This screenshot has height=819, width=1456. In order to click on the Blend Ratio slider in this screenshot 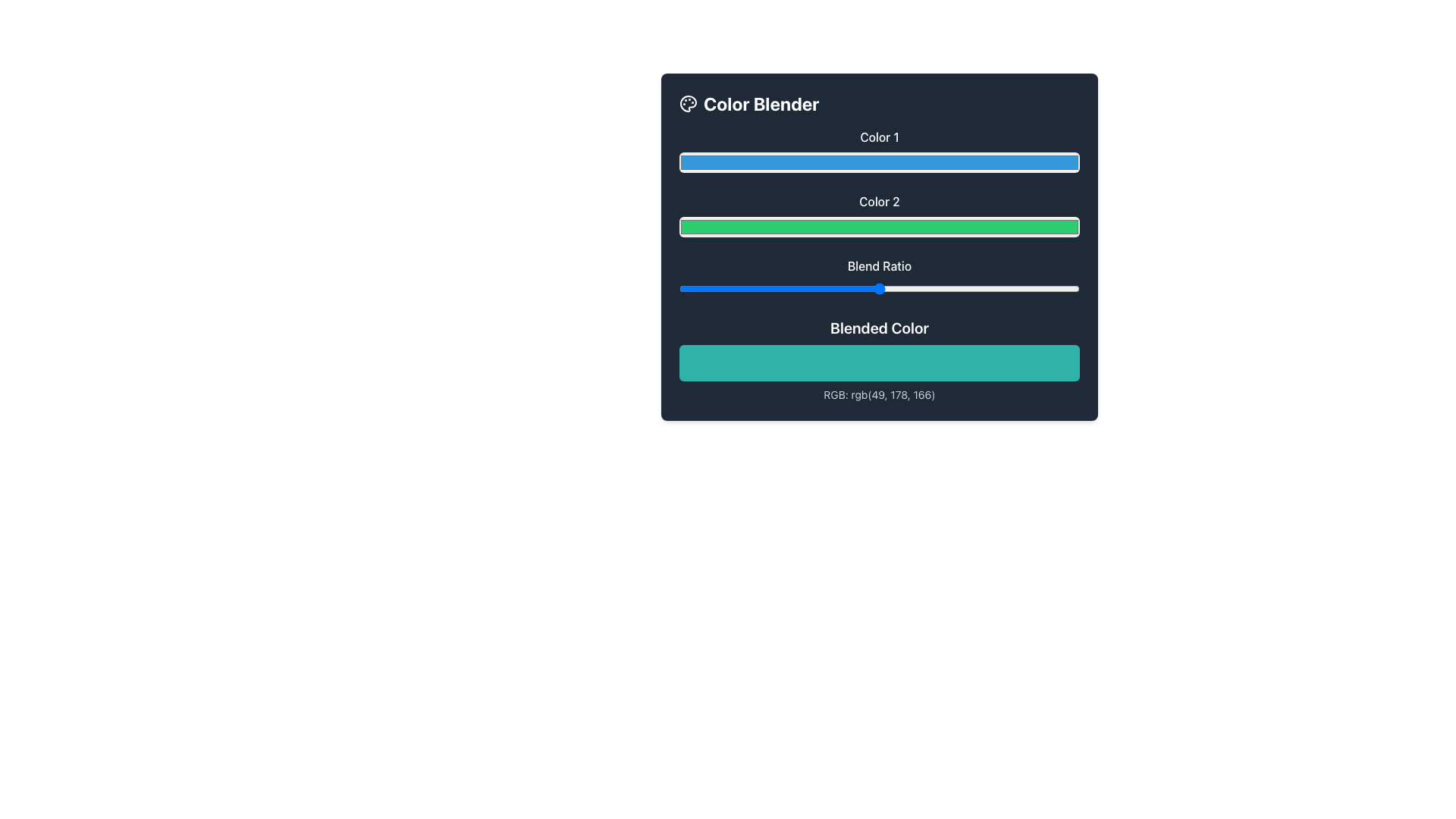, I will do `click(790, 289)`.